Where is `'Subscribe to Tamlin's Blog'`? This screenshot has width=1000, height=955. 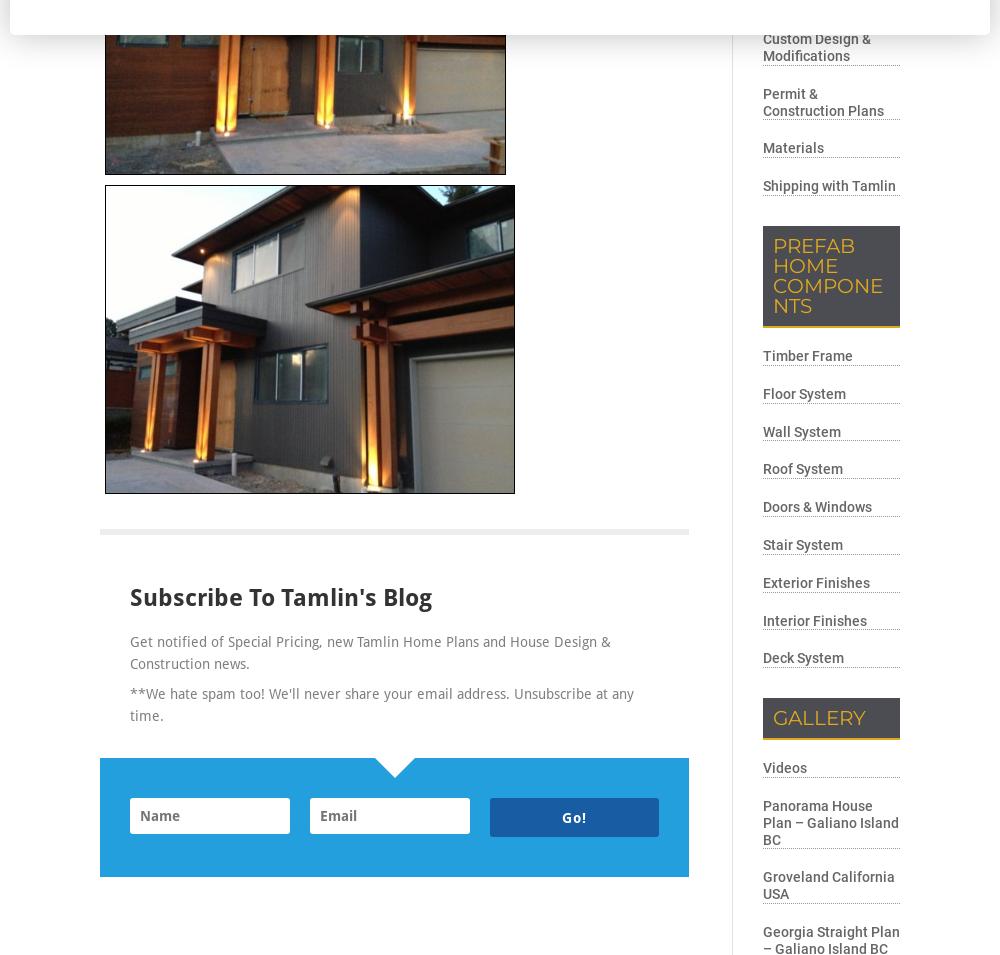
'Subscribe to Tamlin's Blog' is located at coordinates (281, 596).